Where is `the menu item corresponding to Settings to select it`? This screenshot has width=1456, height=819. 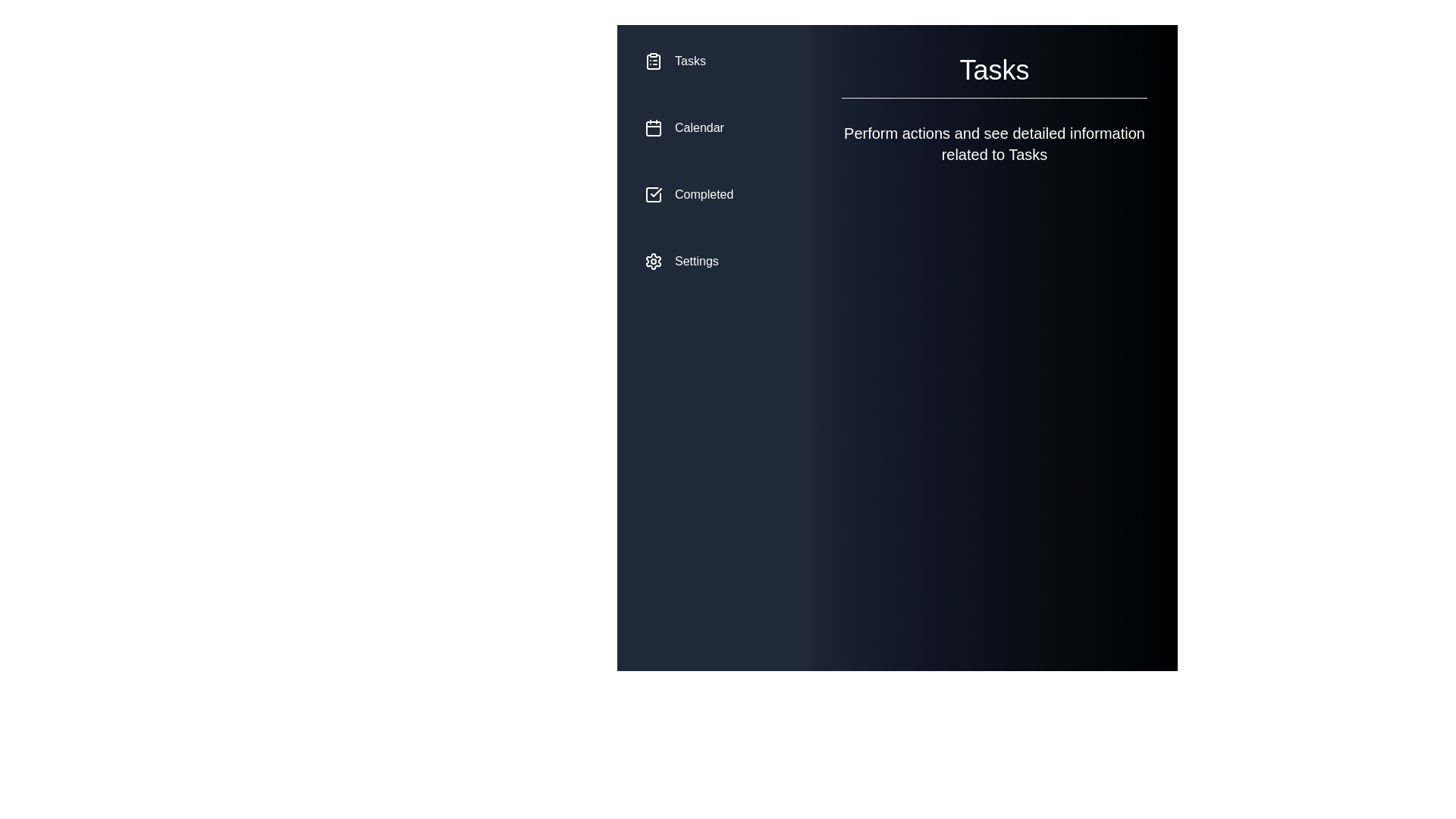 the menu item corresponding to Settings to select it is located at coordinates (713, 260).